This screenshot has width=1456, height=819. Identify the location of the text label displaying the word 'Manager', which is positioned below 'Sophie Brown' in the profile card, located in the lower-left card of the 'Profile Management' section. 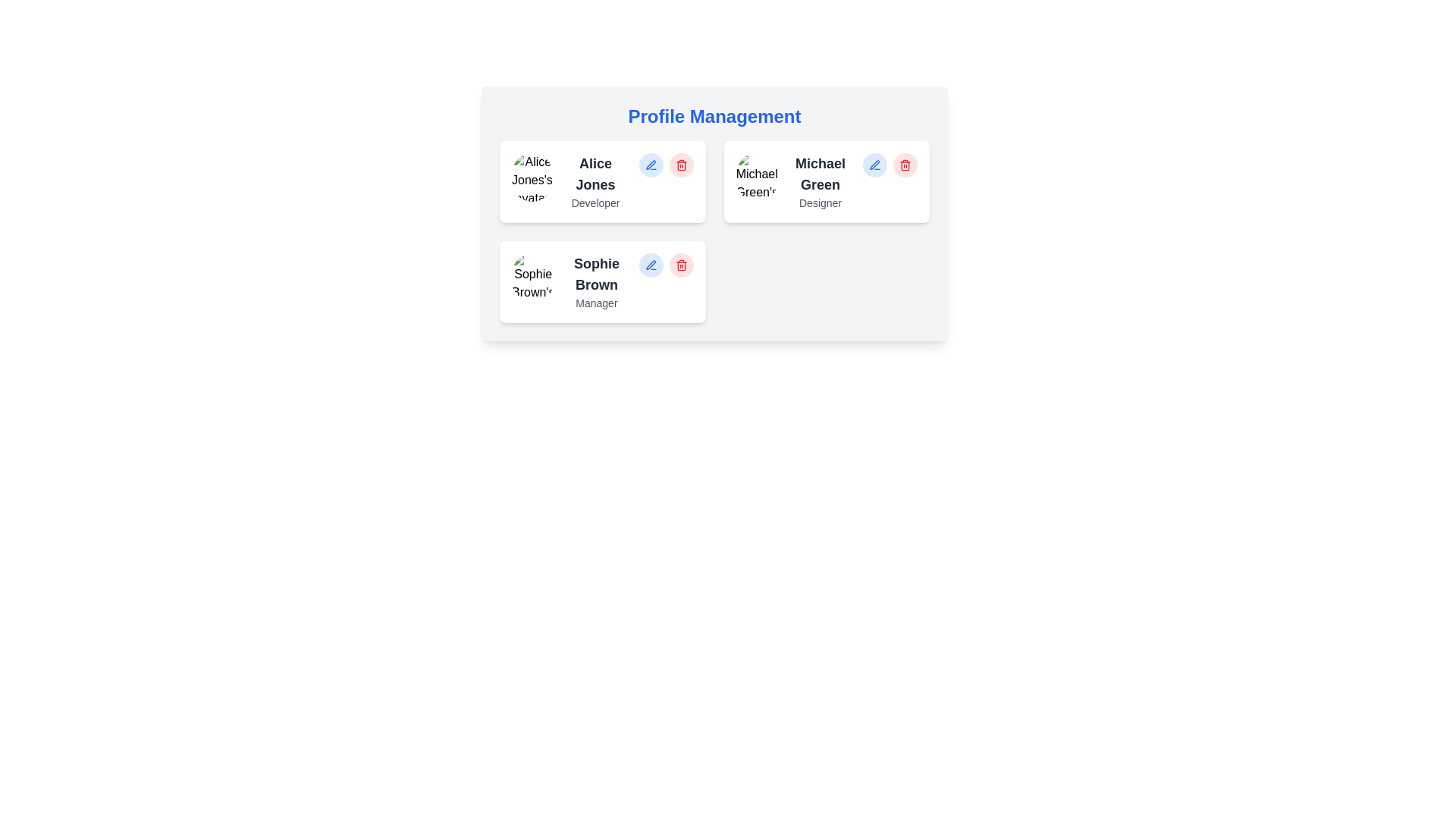
(596, 303).